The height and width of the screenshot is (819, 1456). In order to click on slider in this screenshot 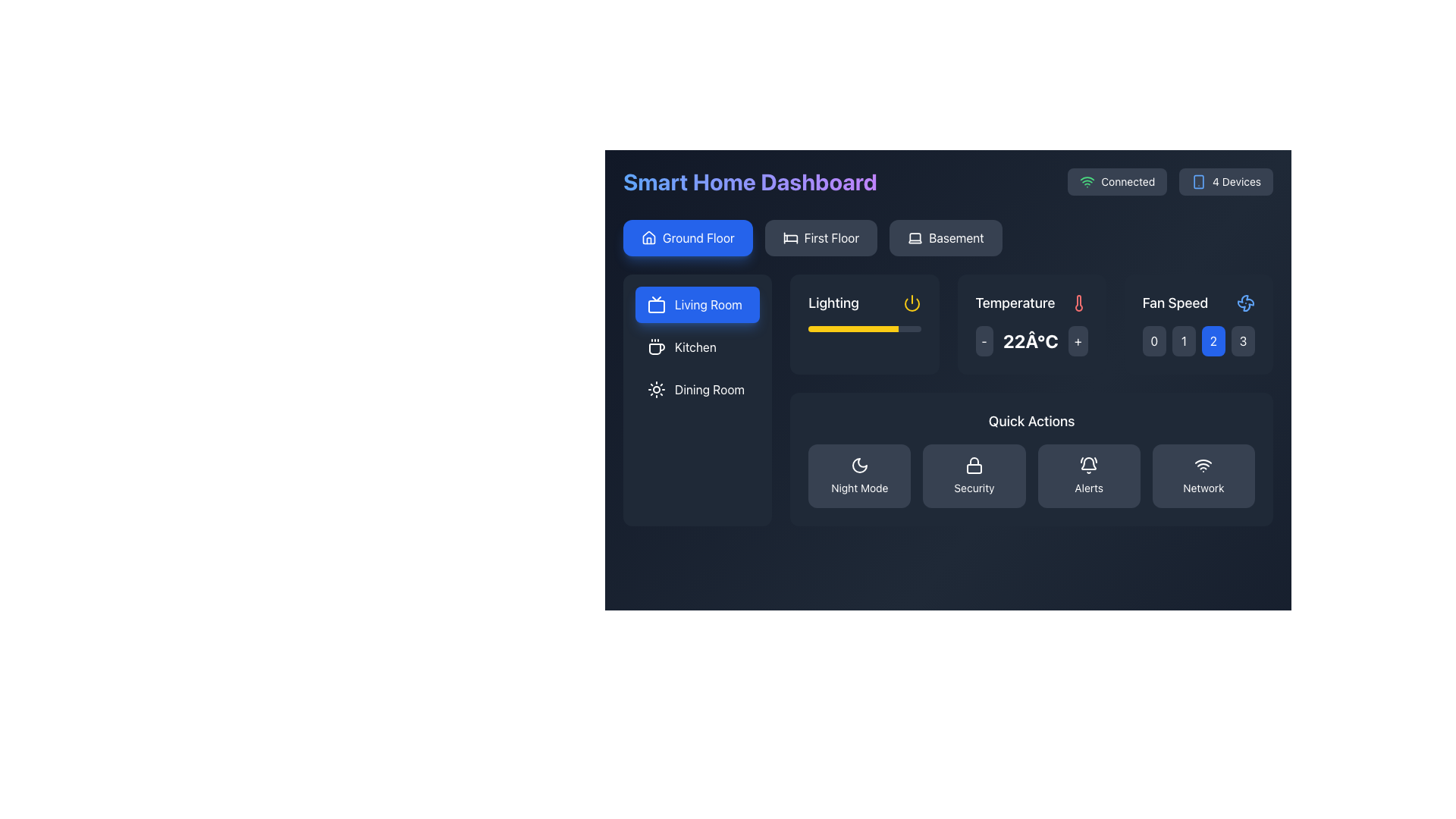, I will do `click(827, 328)`.